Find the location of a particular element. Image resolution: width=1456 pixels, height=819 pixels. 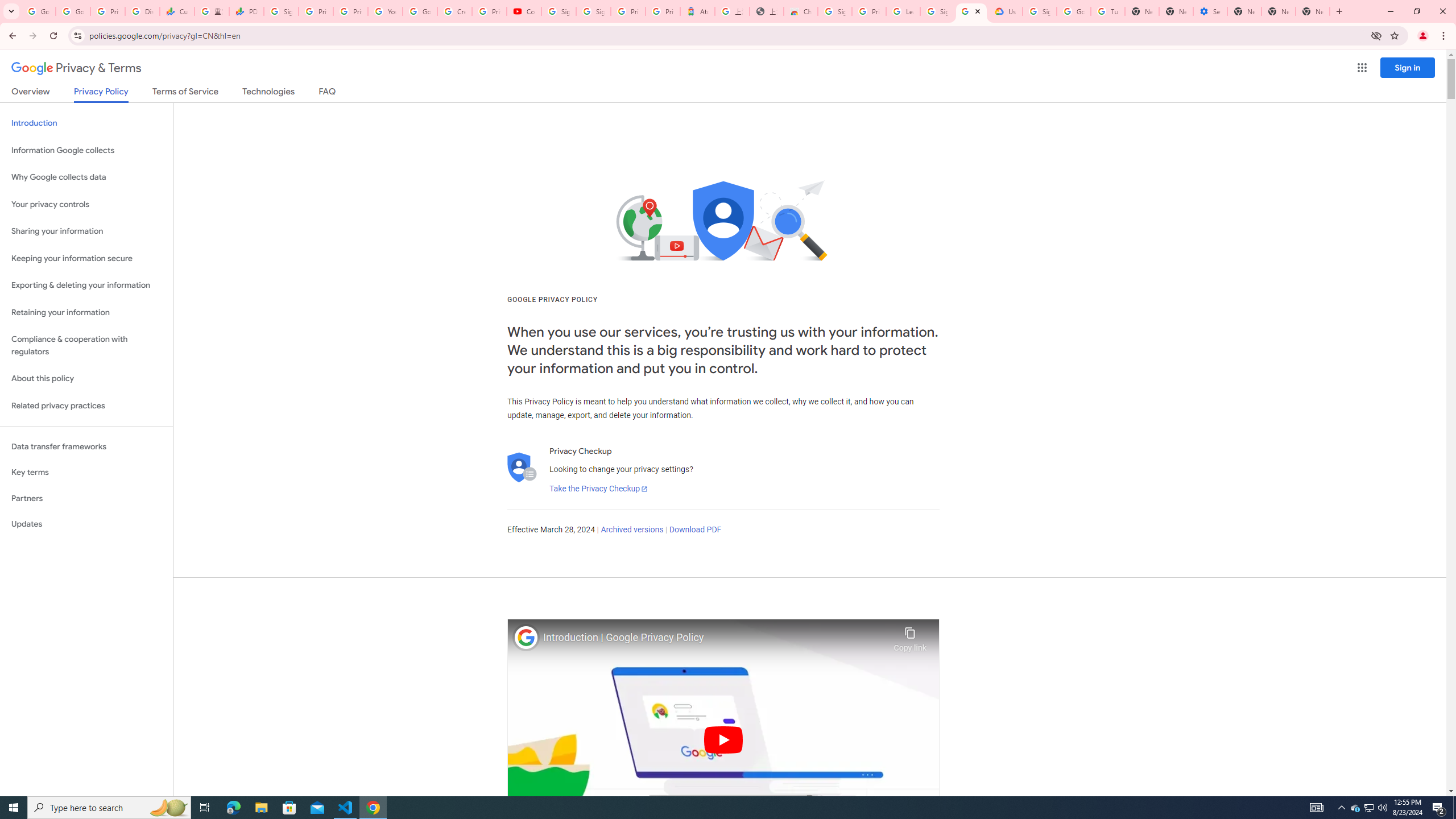

'Sign in - Google Accounts' is located at coordinates (558, 11).